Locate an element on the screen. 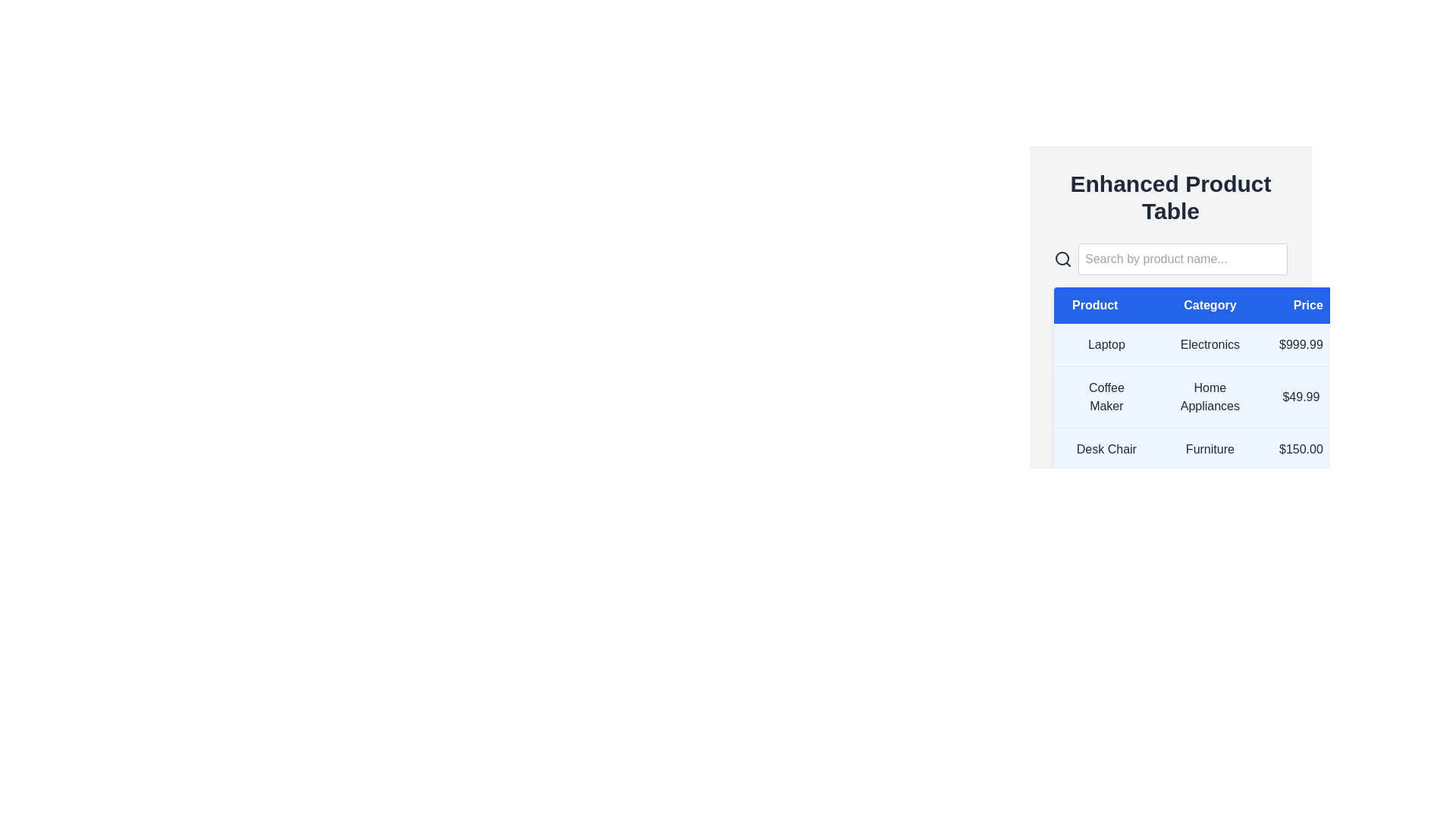 Image resolution: width=1456 pixels, height=819 pixels. the 'Category' table column header, which is styled with bold, centered white text on a blue background and is positioned between 'Product' and 'Price' is located at coordinates (1209, 305).